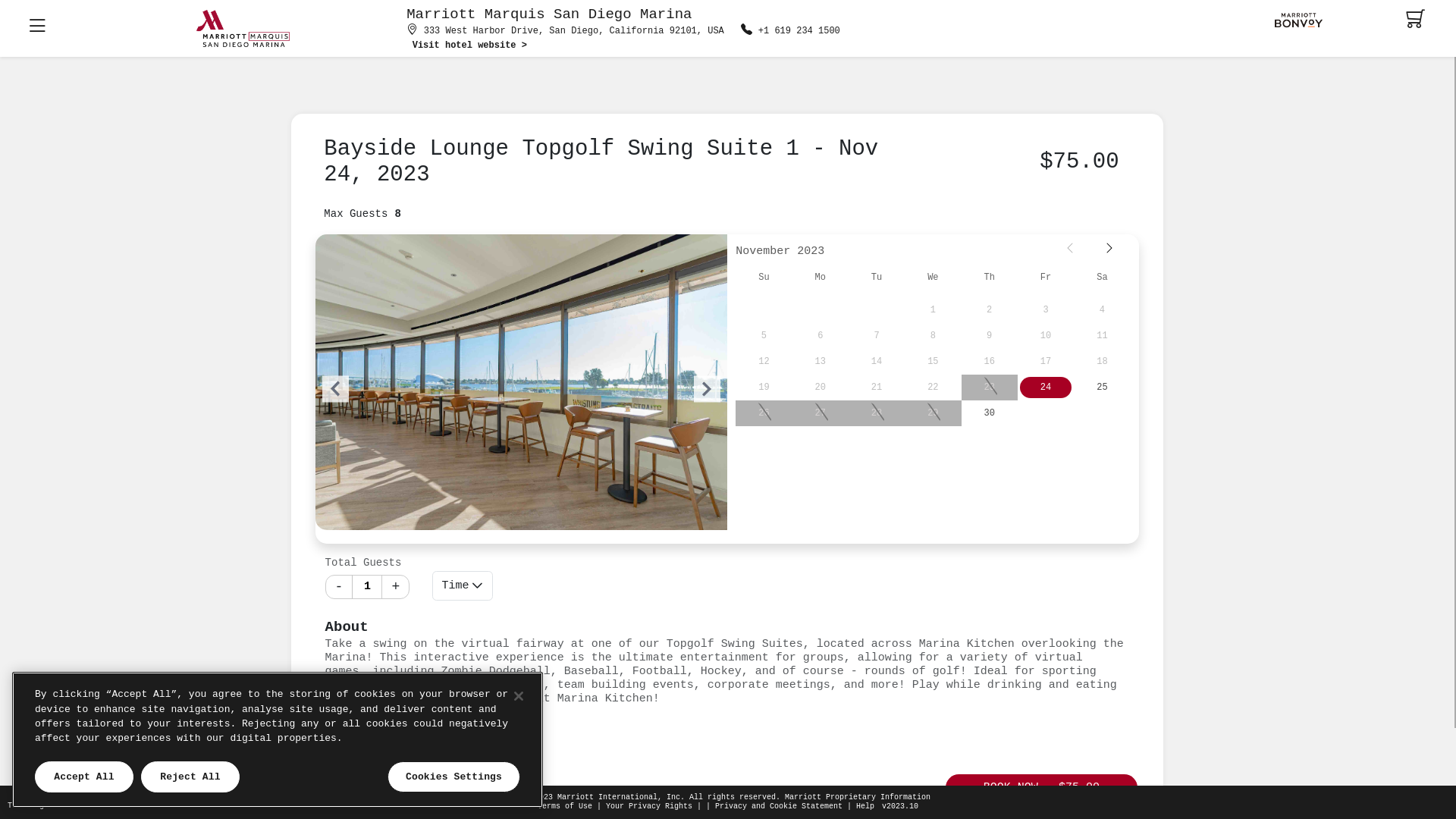 The width and height of the screenshot is (1456, 819). Describe the element at coordinates (779, 805) in the screenshot. I see `'Privacy and Cookie Statement'` at that location.